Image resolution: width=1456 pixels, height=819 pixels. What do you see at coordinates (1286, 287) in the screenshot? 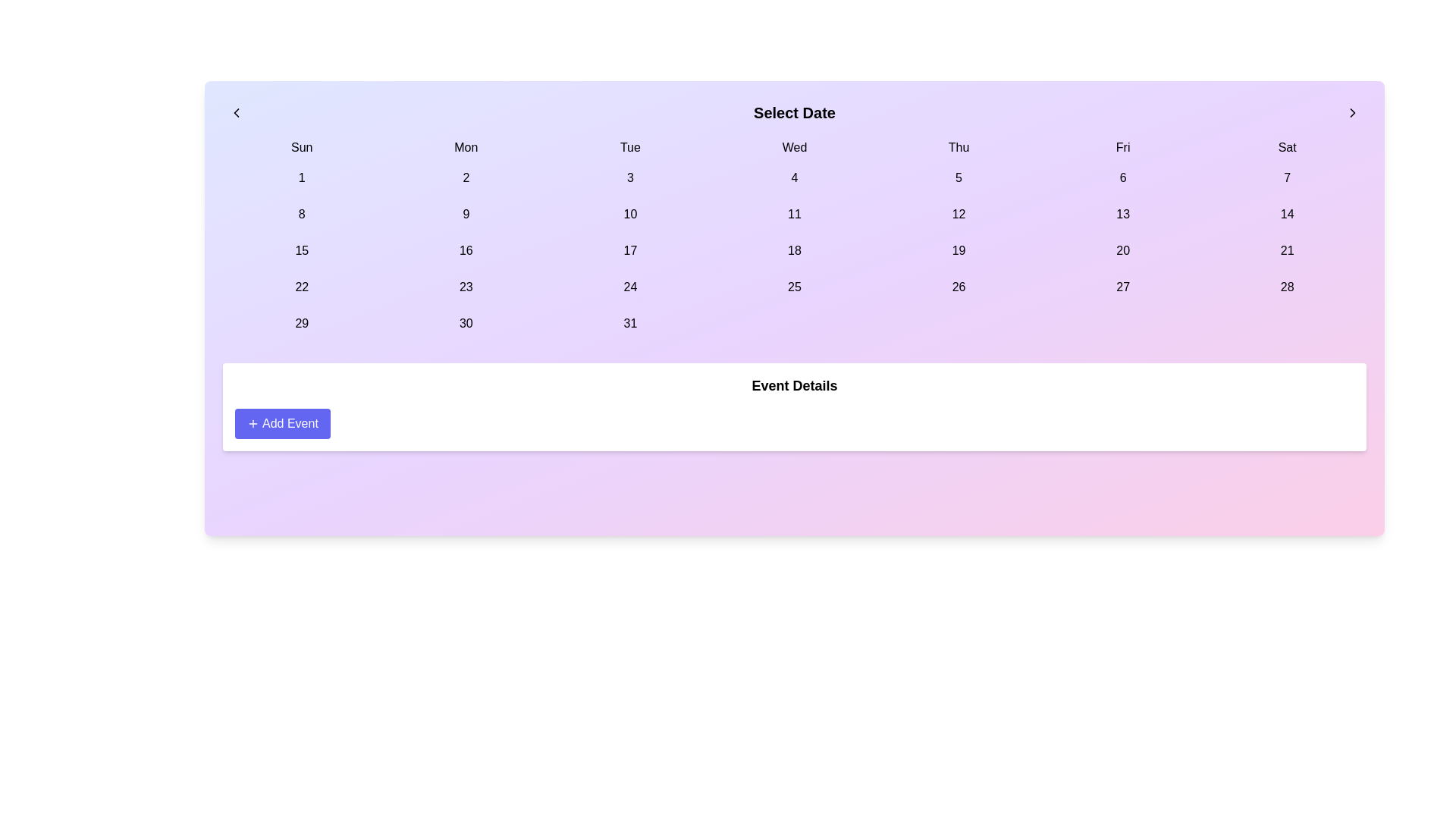
I see `the button displaying the number '28' in a bold font, located in the last cell of the 4th week's column of the calendar grid` at bounding box center [1286, 287].